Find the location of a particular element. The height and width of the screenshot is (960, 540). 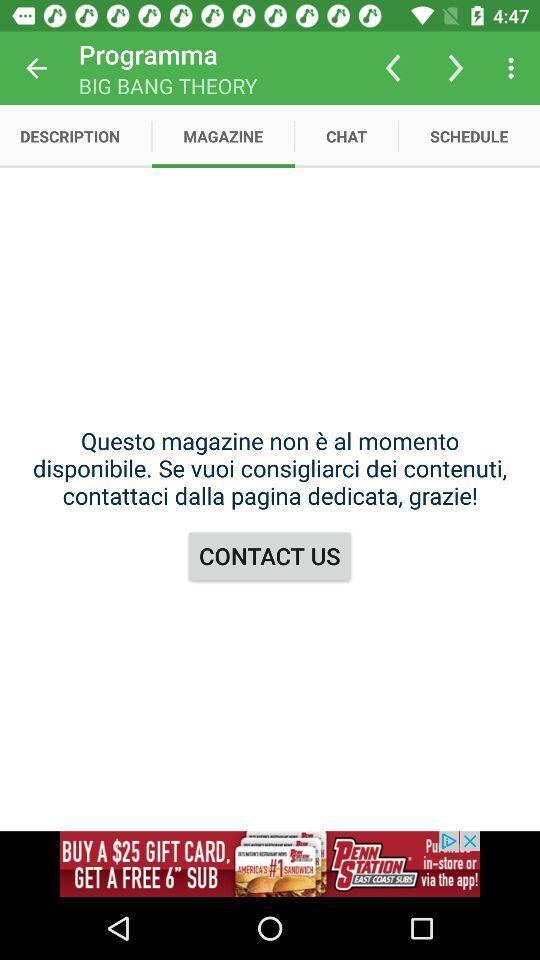

the three lines text in the page is located at coordinates (270, 468).